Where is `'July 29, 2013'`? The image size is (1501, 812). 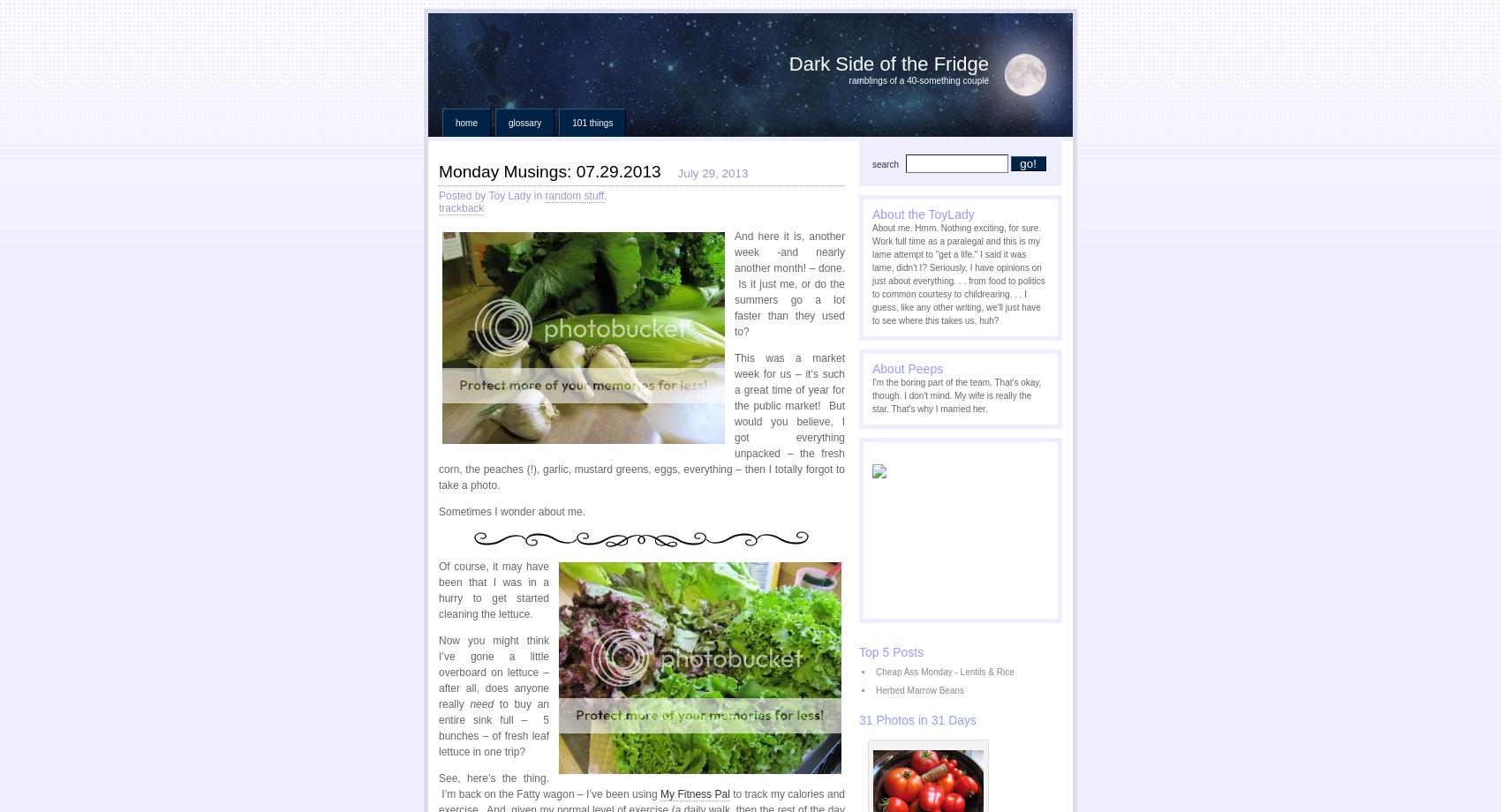
'July 29, 2013' is located at coordinates (711, 172).